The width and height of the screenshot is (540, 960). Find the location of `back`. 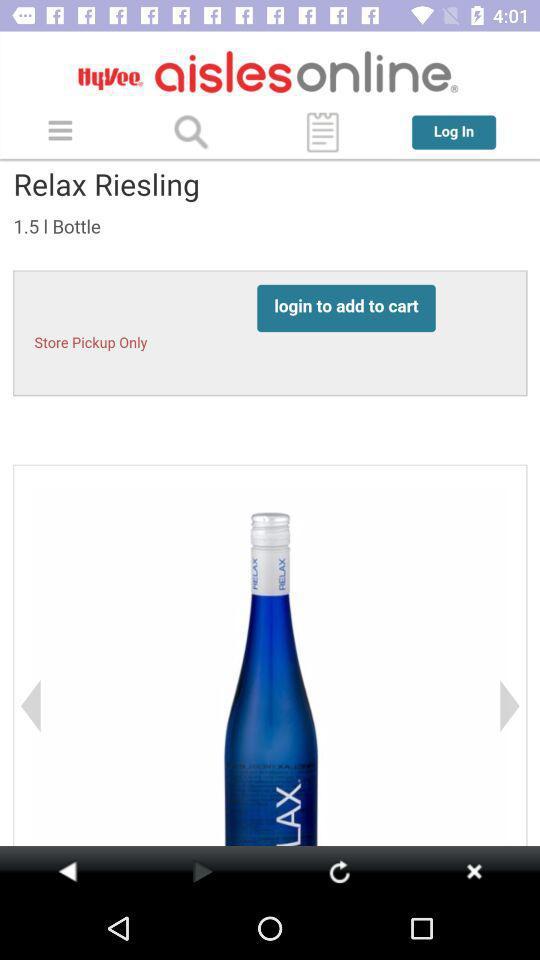

back is located at coordinates (67, 870).